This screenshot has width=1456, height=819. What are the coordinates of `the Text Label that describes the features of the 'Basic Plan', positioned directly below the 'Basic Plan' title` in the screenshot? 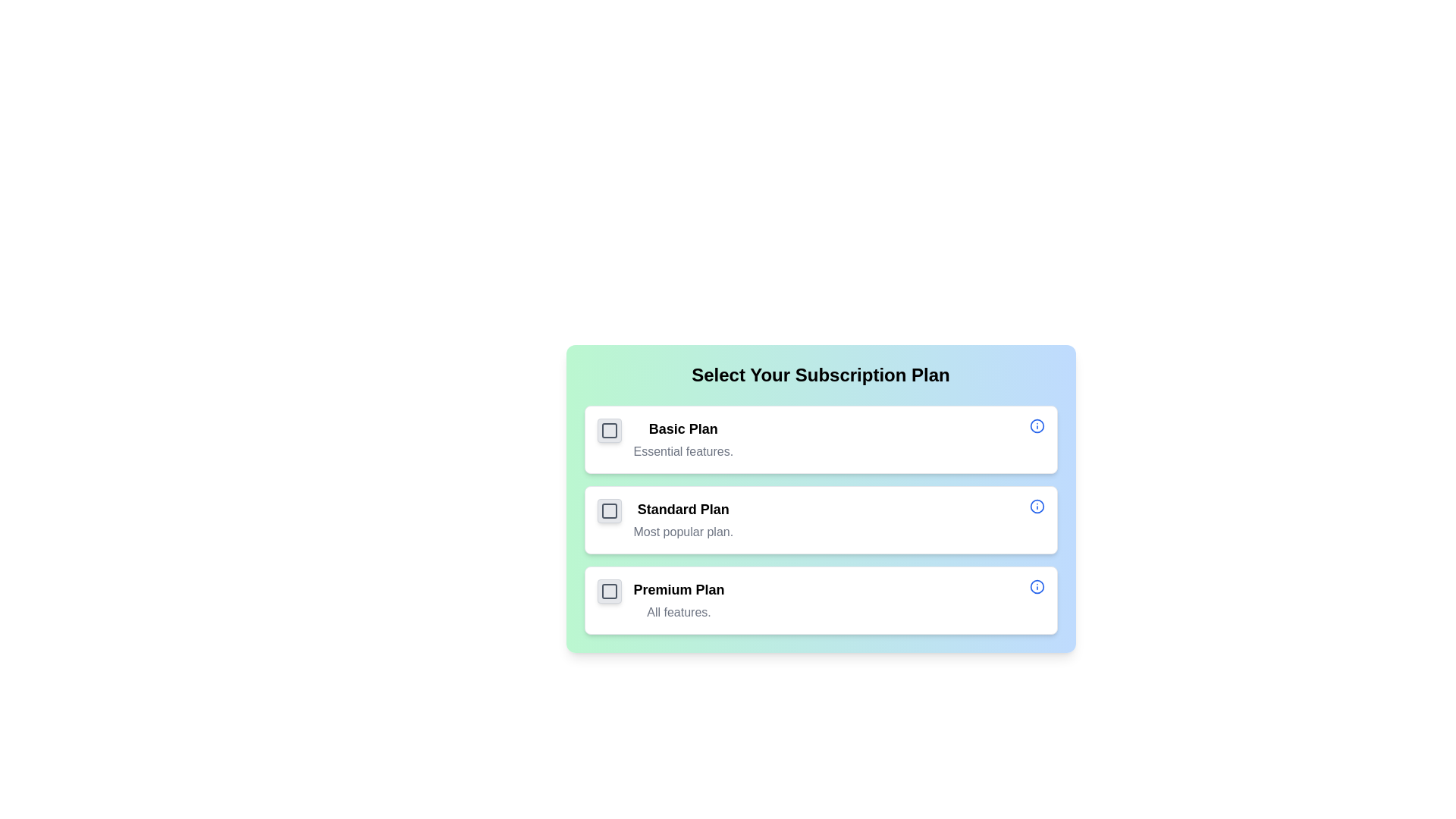 It's located at (682, 451).